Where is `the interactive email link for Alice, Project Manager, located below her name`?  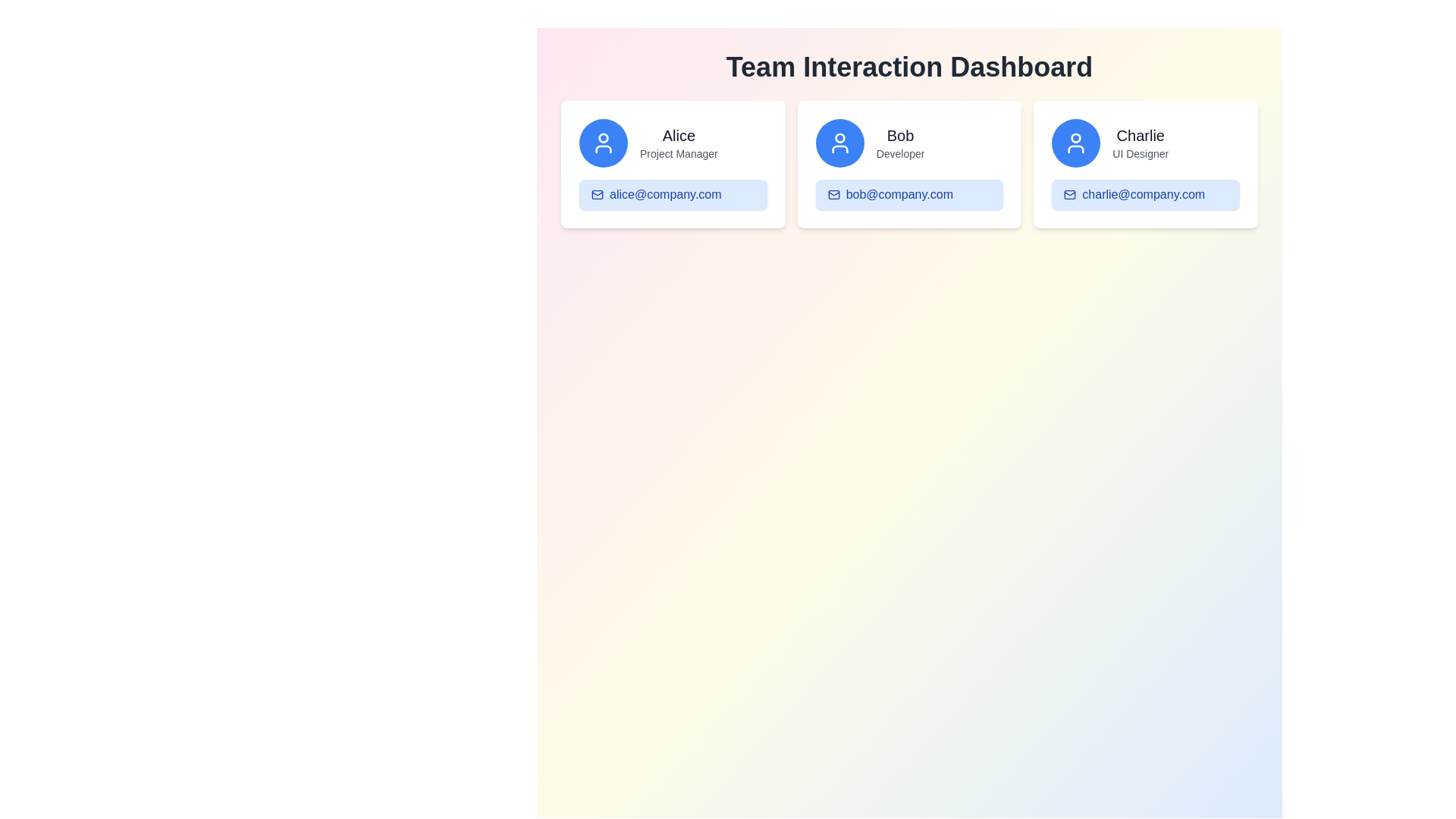 the interactive email link for Alice, Project Manager, located below her name is located at coordinates (672, 194).